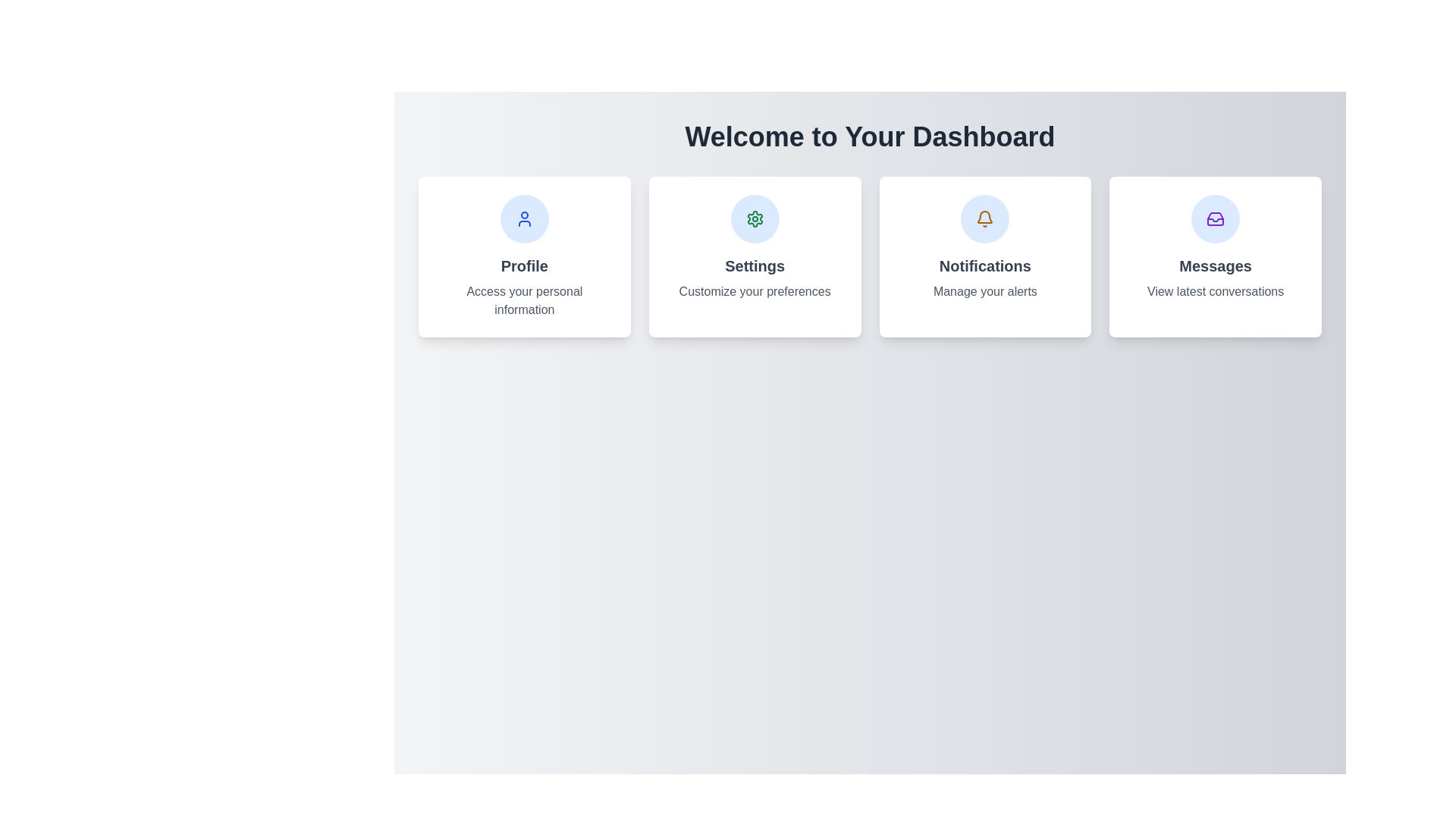 The height and width of the screenshot is (819, 1456). Describe the element at coordinates (755, 219) in the screenshot. I see `the 'Settings' icon located at the top-center of the second card below the 'Welcome to Your Dashboard' header for context` at that location.